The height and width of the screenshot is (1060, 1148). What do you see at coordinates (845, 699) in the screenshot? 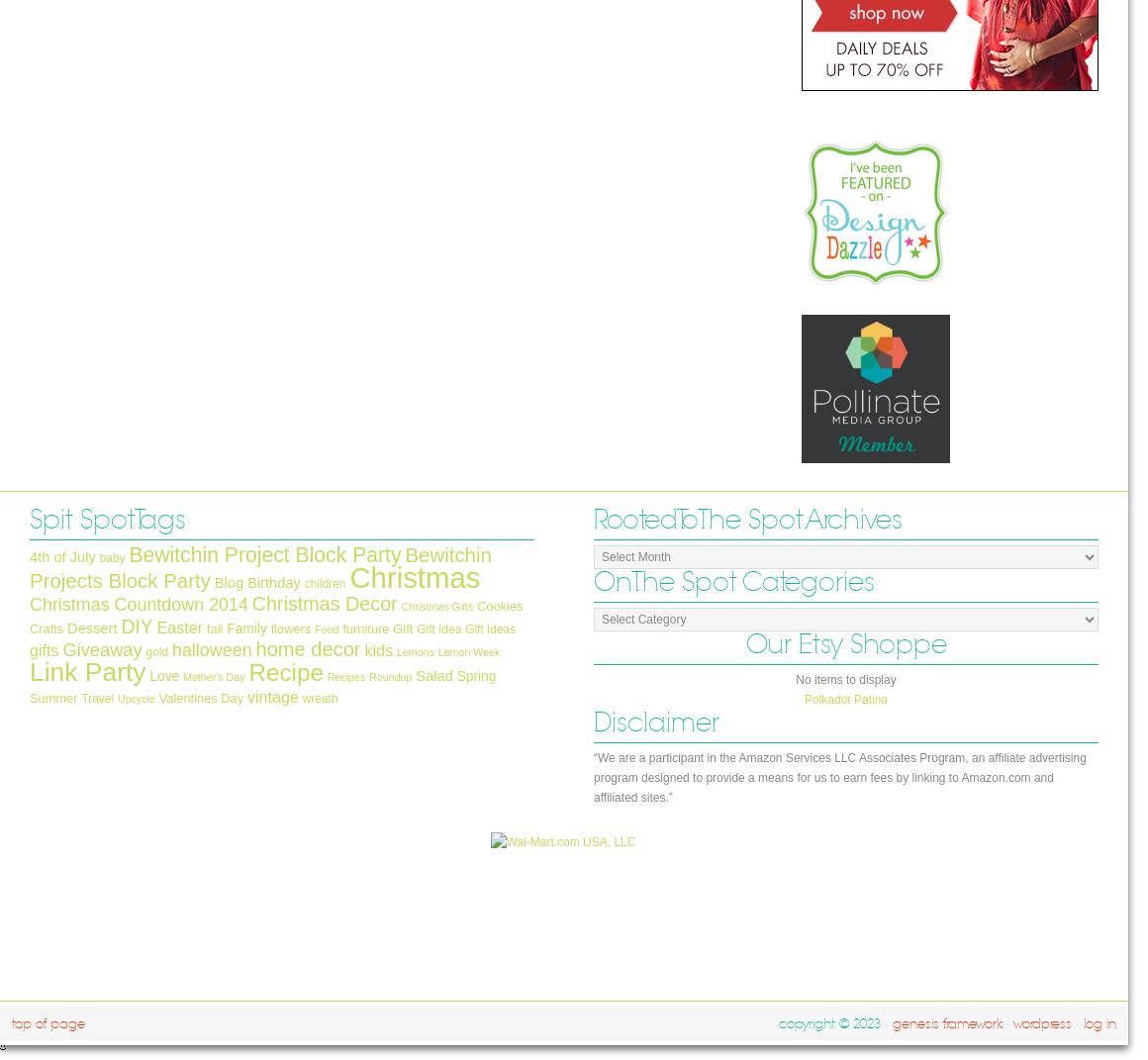
I see `'Polkadot Patina'` at bounding box center [845, 699].